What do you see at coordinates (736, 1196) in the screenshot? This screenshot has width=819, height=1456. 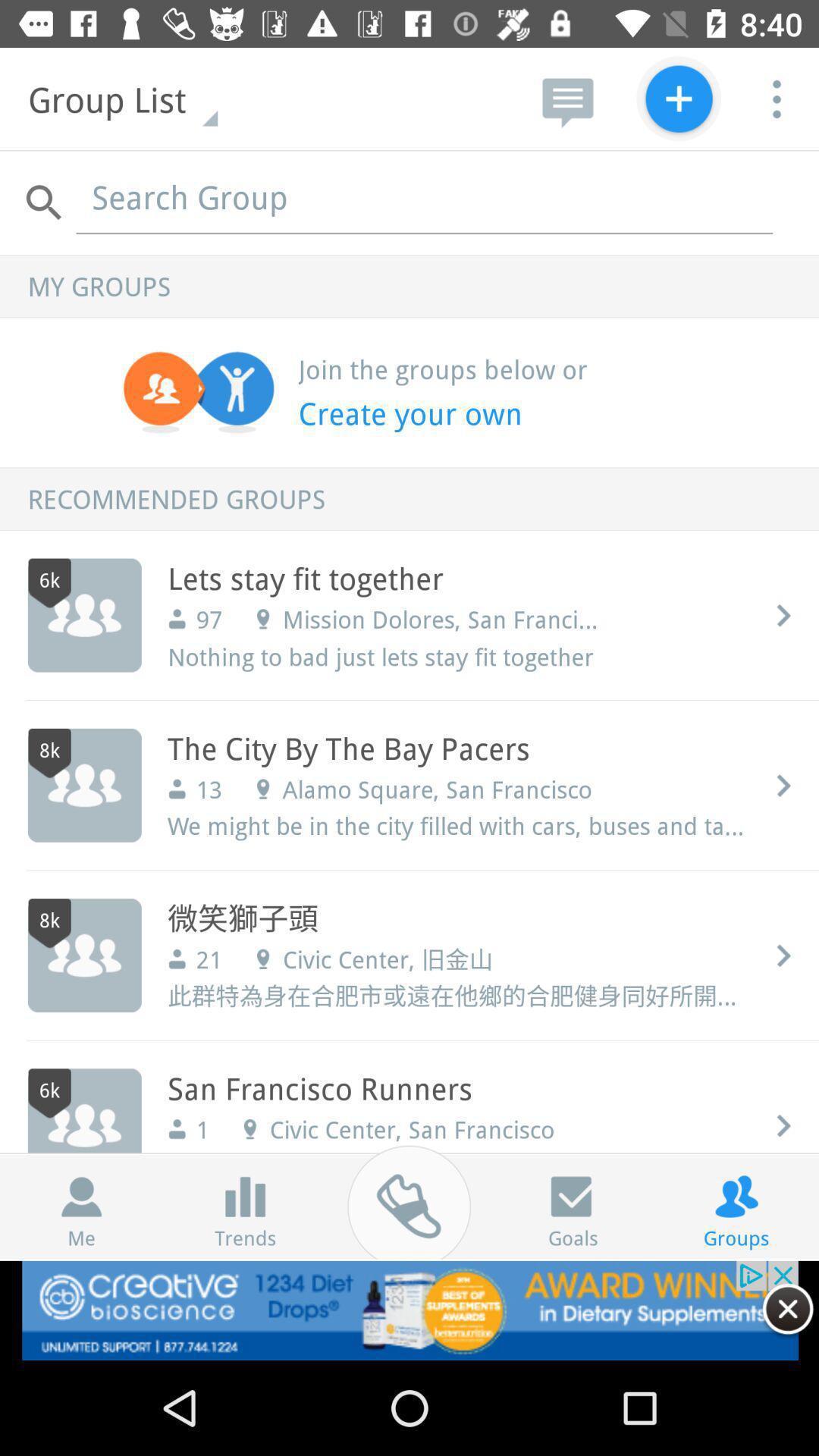 I see `the group icon` at bounding box center [736, 1196].